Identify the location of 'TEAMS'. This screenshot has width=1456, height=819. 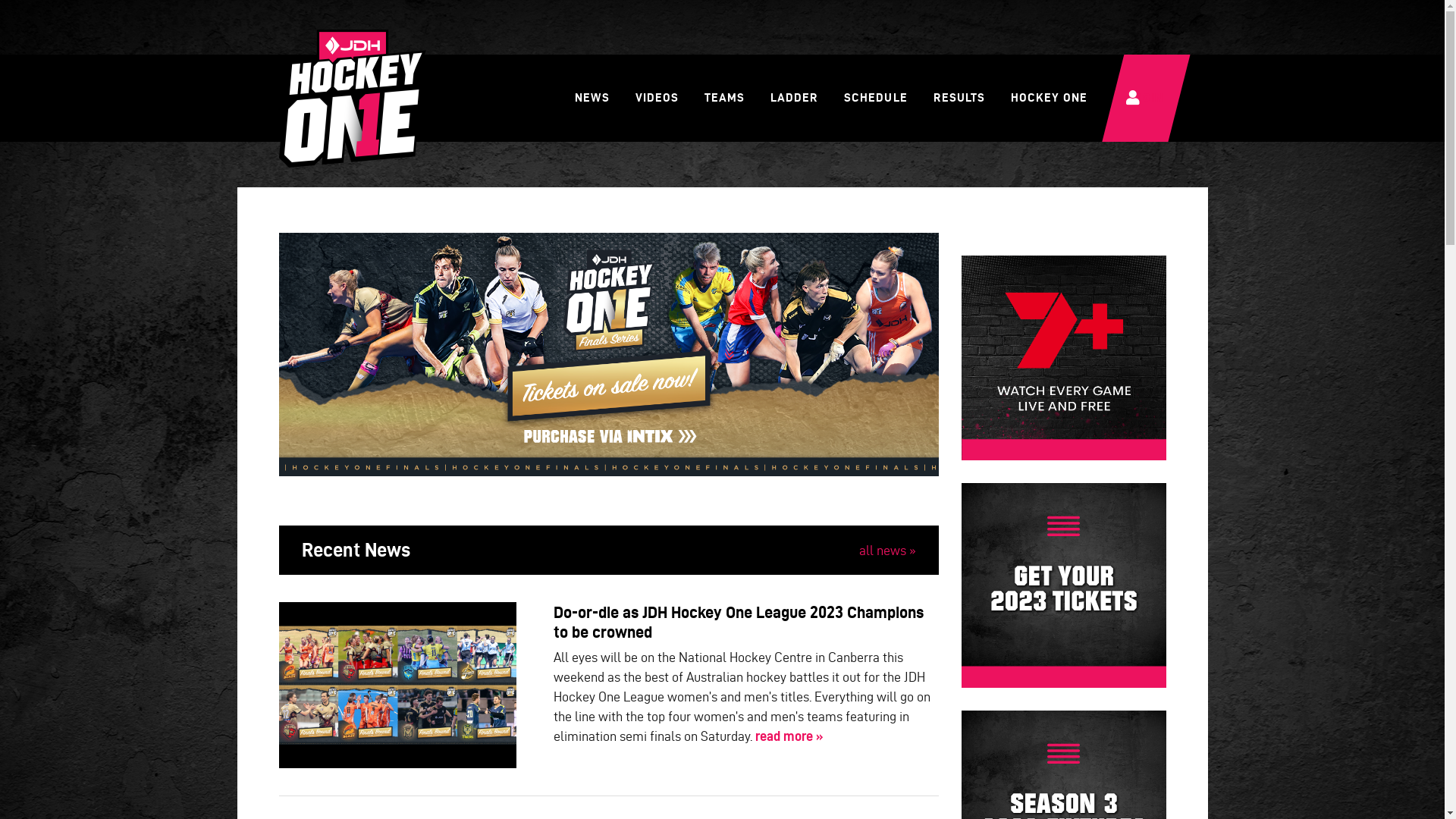
(723, 98).